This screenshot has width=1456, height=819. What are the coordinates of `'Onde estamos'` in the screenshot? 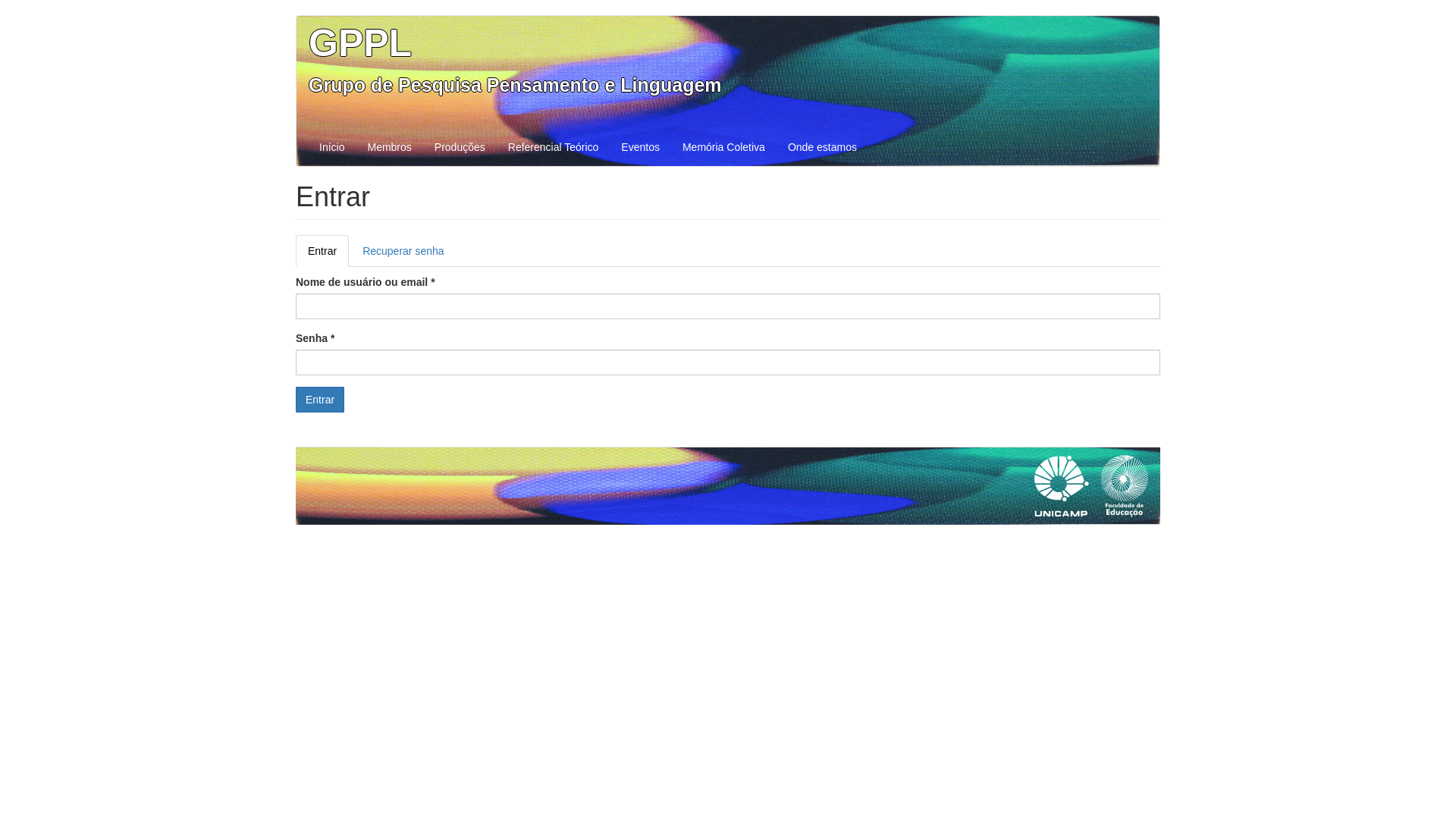 It's located at (821, 146).